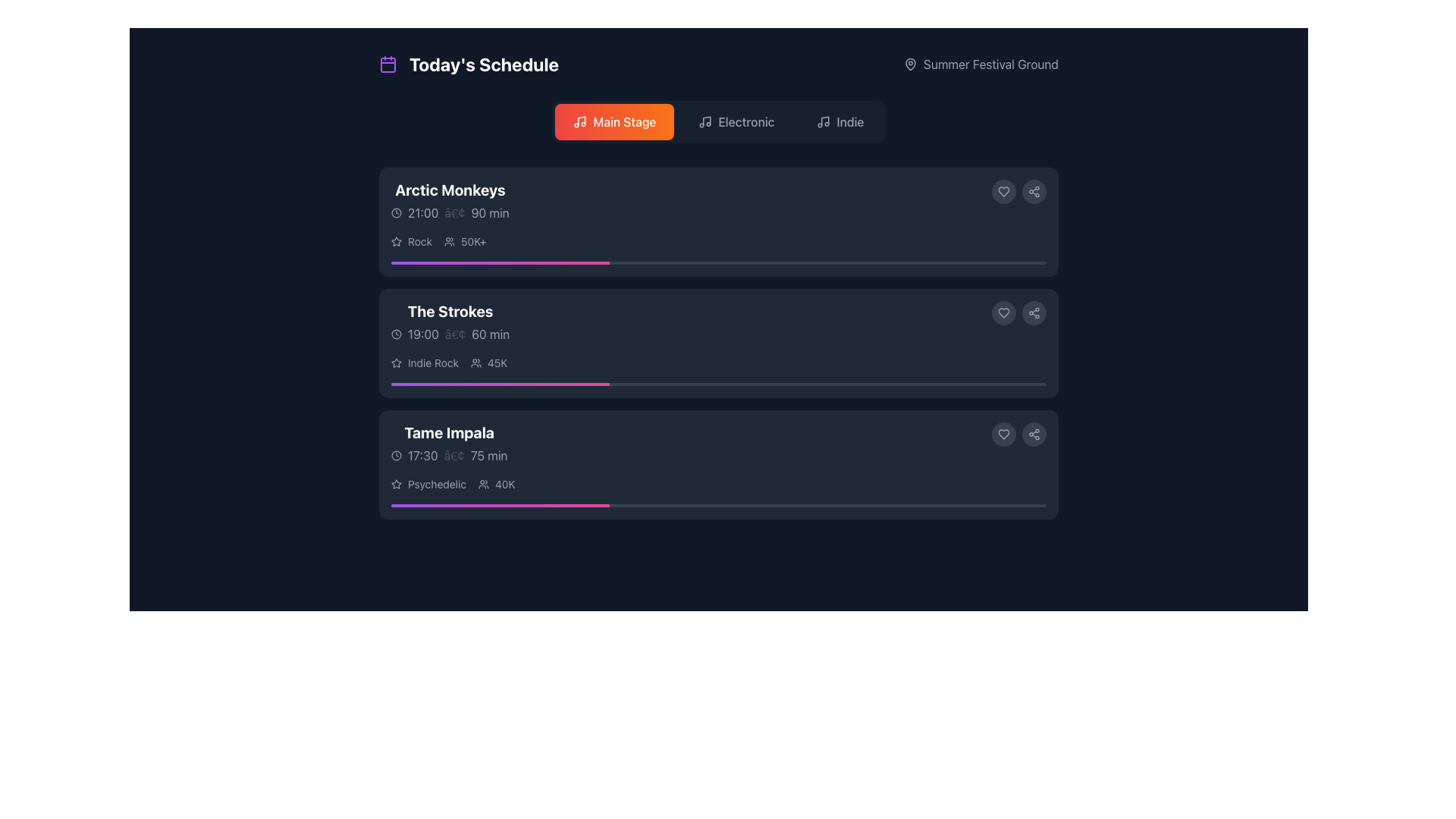 The height and width of the screenshot is (819, 1456). Describe the element at coordinates (1004, 191) in the screenshot. I see `the favorite or like icon located on the right side of the top card in the three stacked card layout` at that location.